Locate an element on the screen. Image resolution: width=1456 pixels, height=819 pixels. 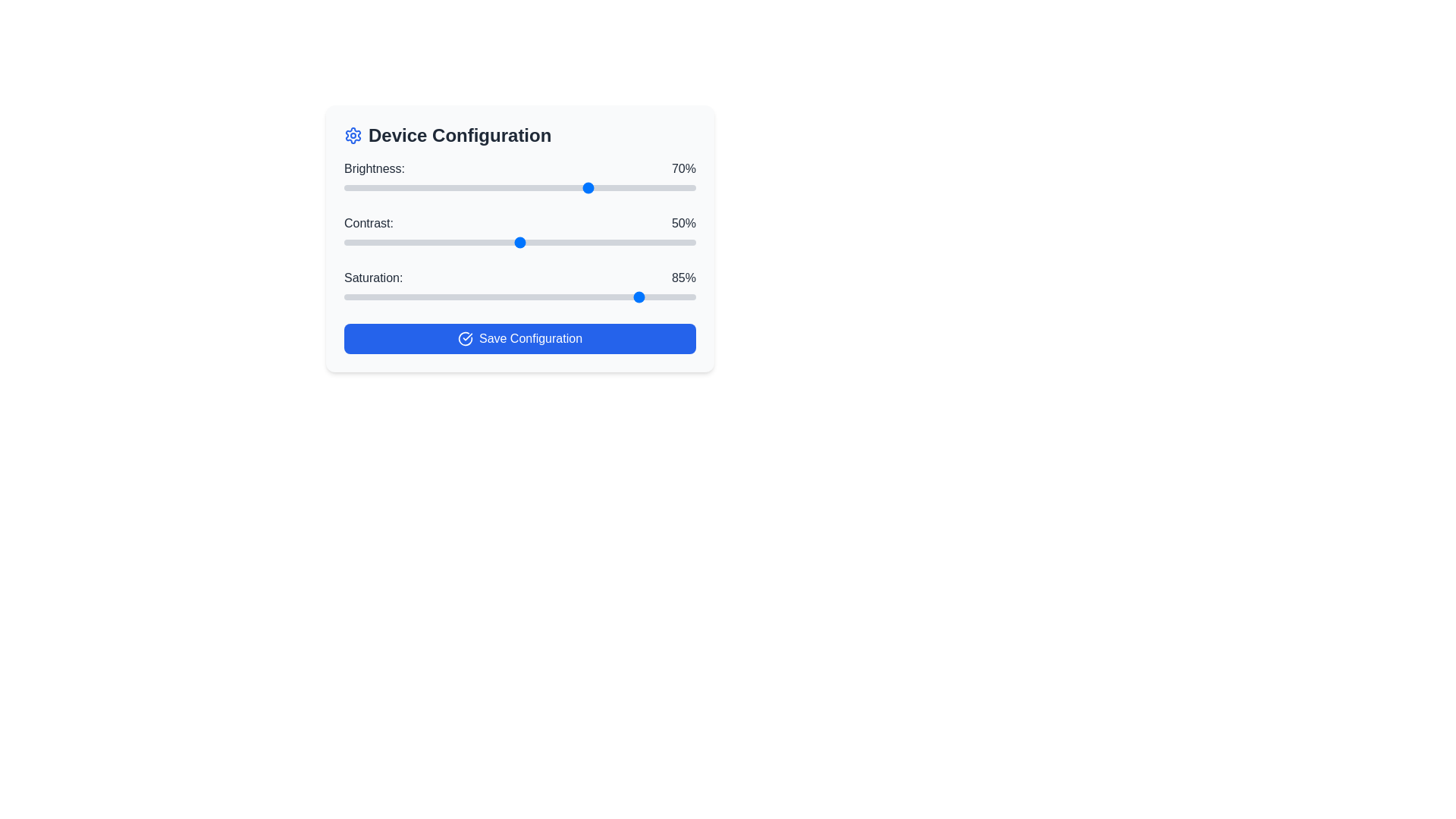
saturation is located at coordinates (650, 297).